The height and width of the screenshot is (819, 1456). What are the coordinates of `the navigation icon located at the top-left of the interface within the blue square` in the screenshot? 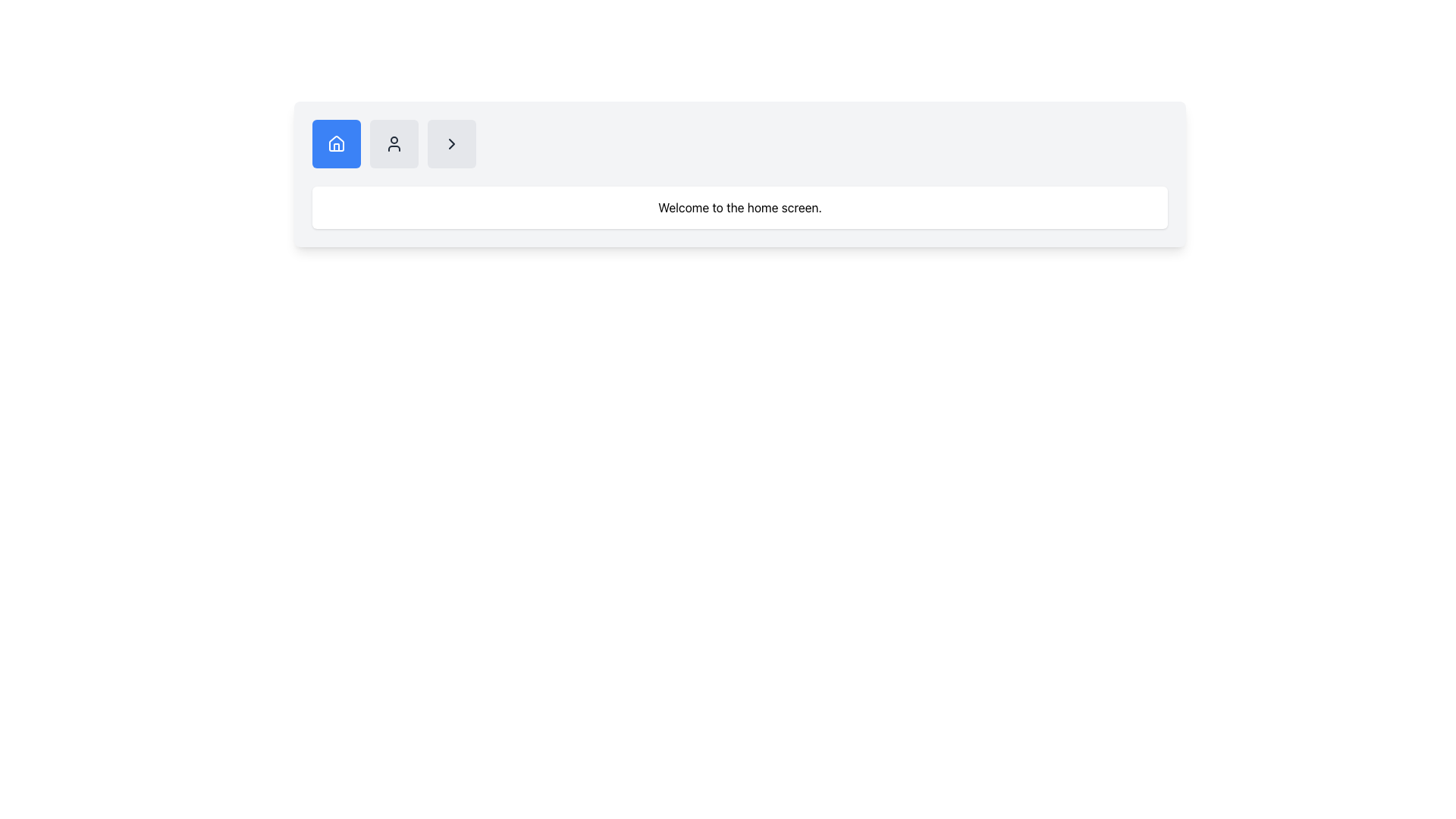 It's located at (336, 143).